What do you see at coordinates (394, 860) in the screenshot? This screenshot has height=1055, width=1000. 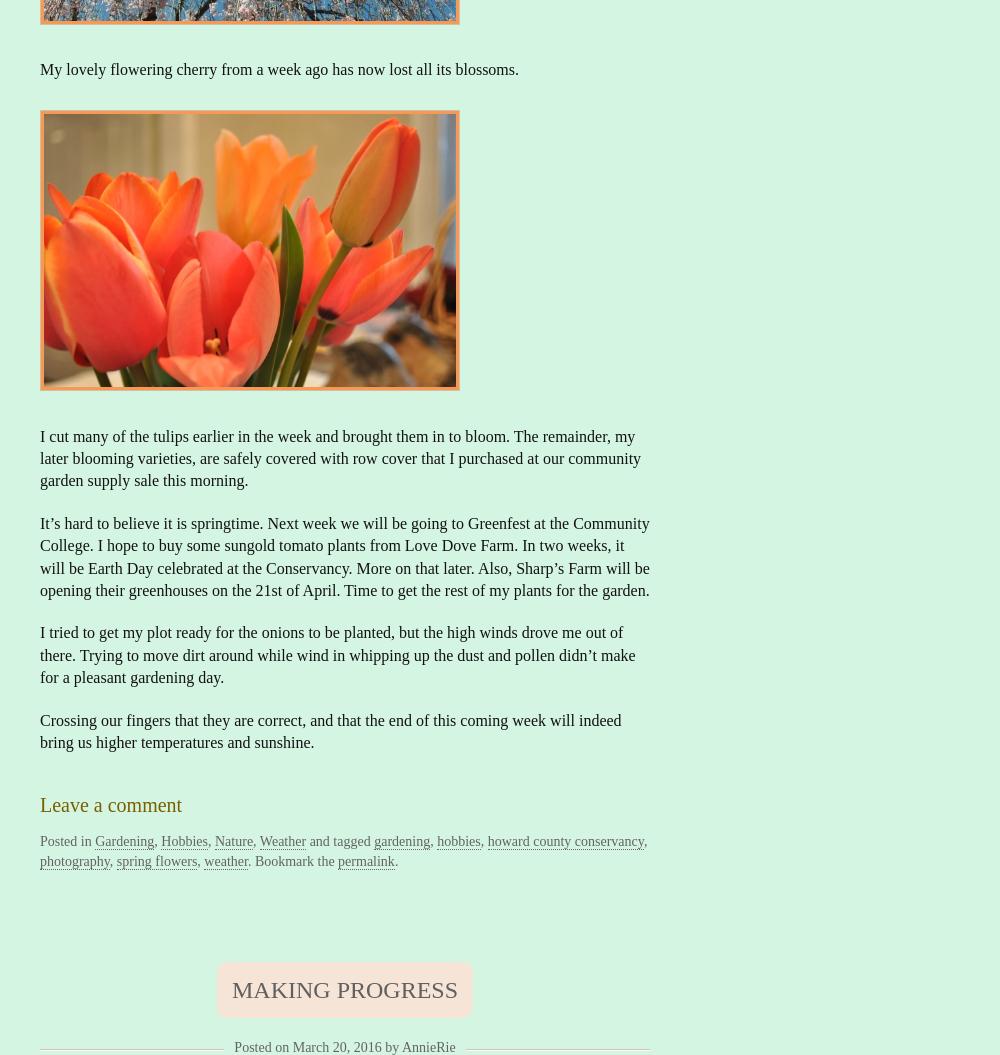 I see `'.'` at bounding box center [394, 860].